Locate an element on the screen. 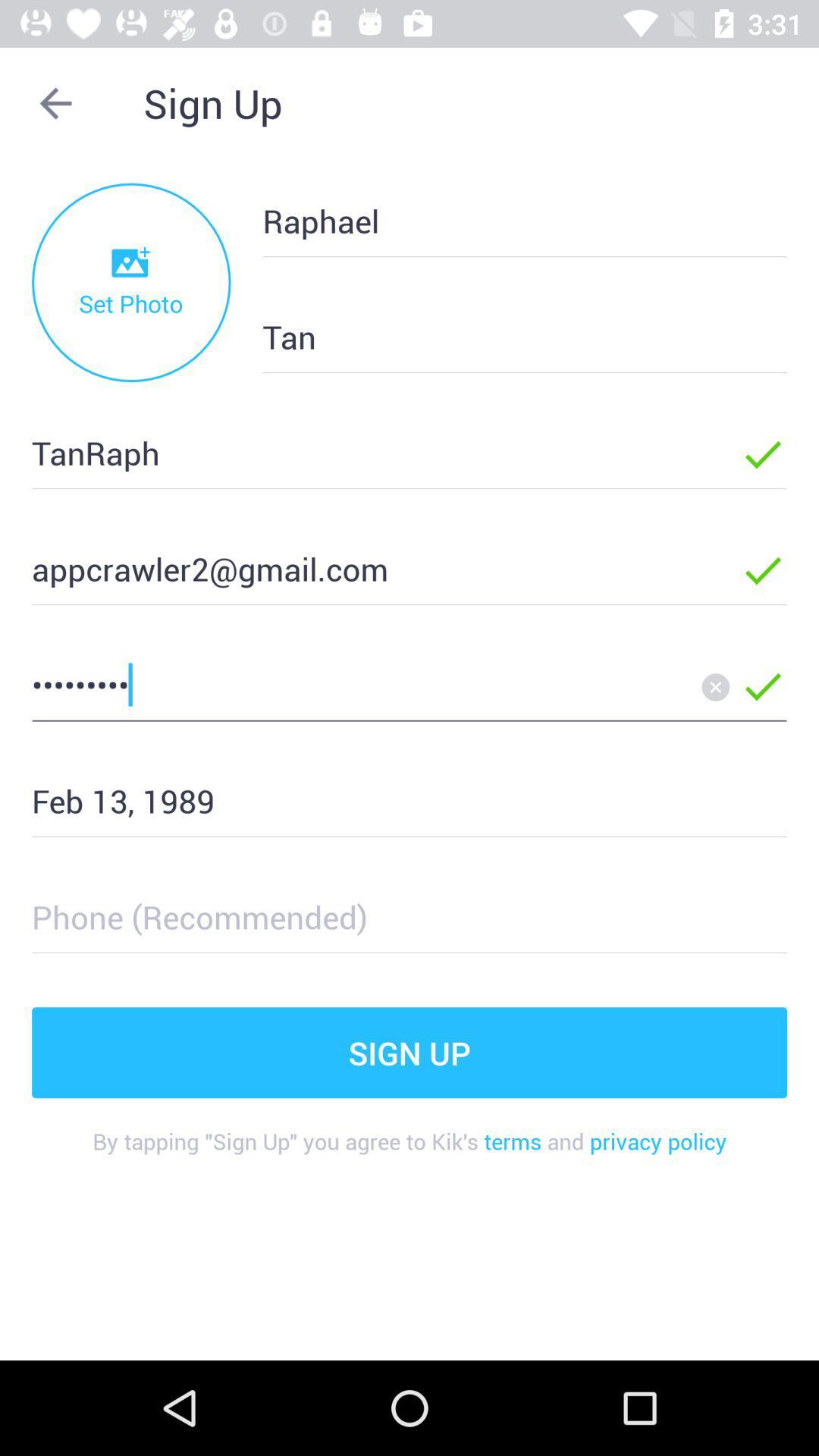  item below sign up icon is located at coordinates (409, 1153).